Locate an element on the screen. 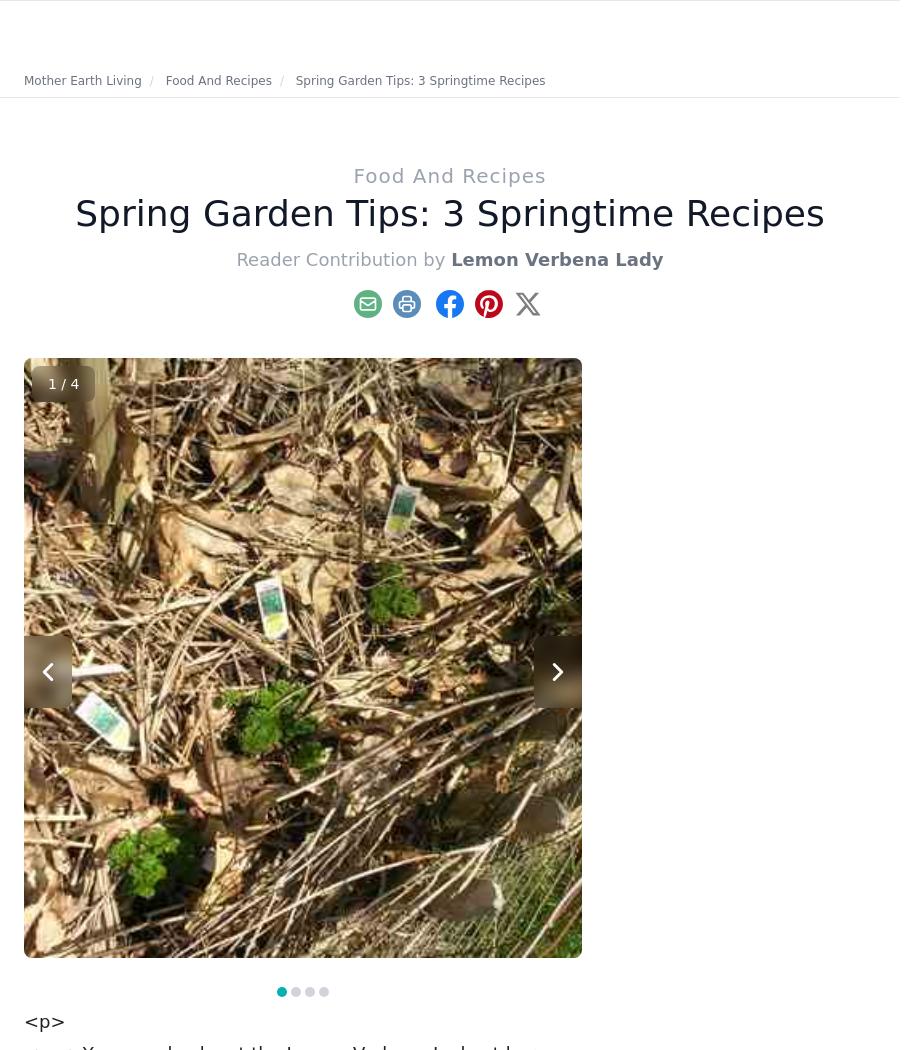 This screenshot has width=906, height=1050. 'Popular Now' is located at coordinates (692, 379).